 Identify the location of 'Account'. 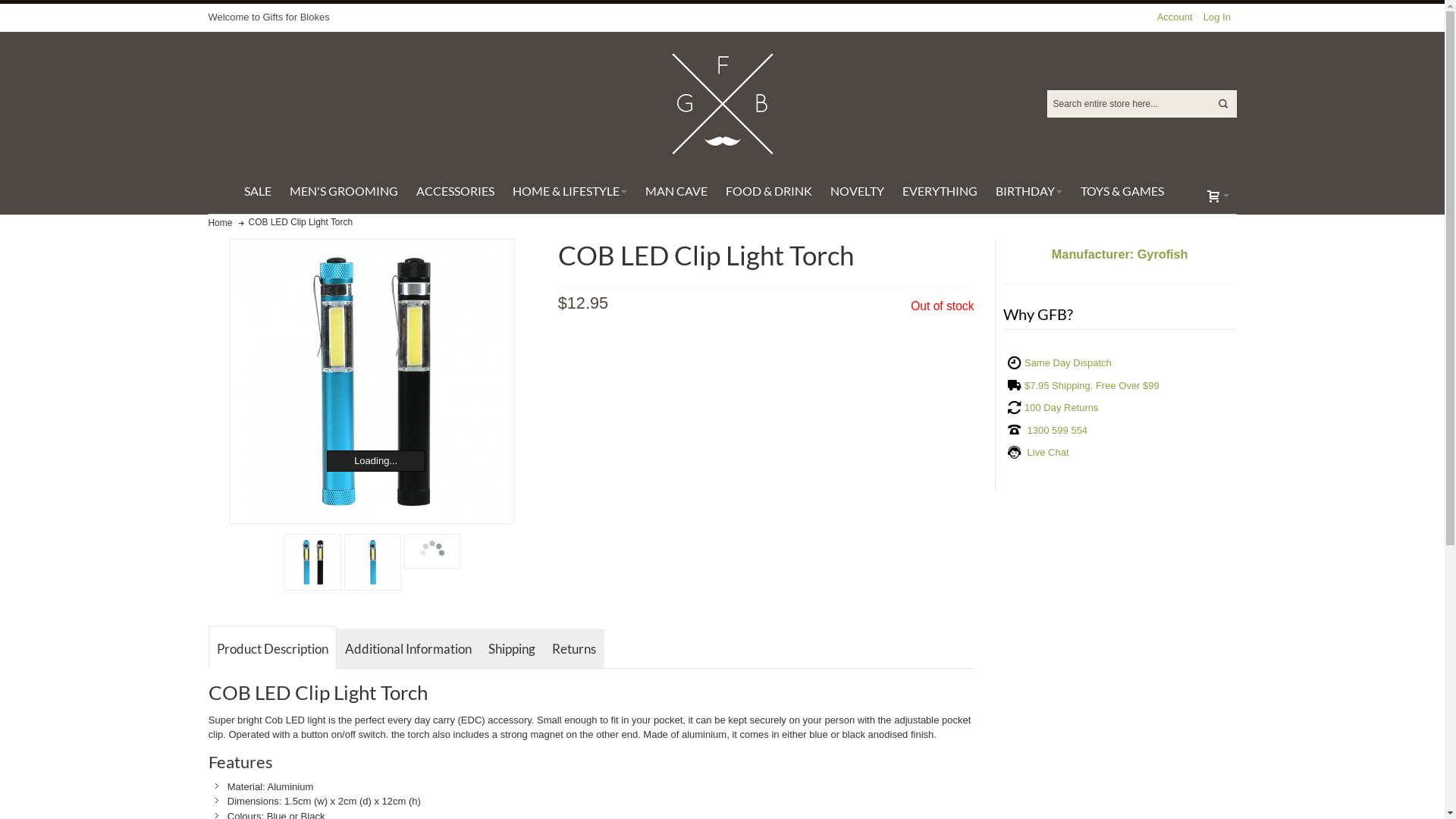
(1174, 17).